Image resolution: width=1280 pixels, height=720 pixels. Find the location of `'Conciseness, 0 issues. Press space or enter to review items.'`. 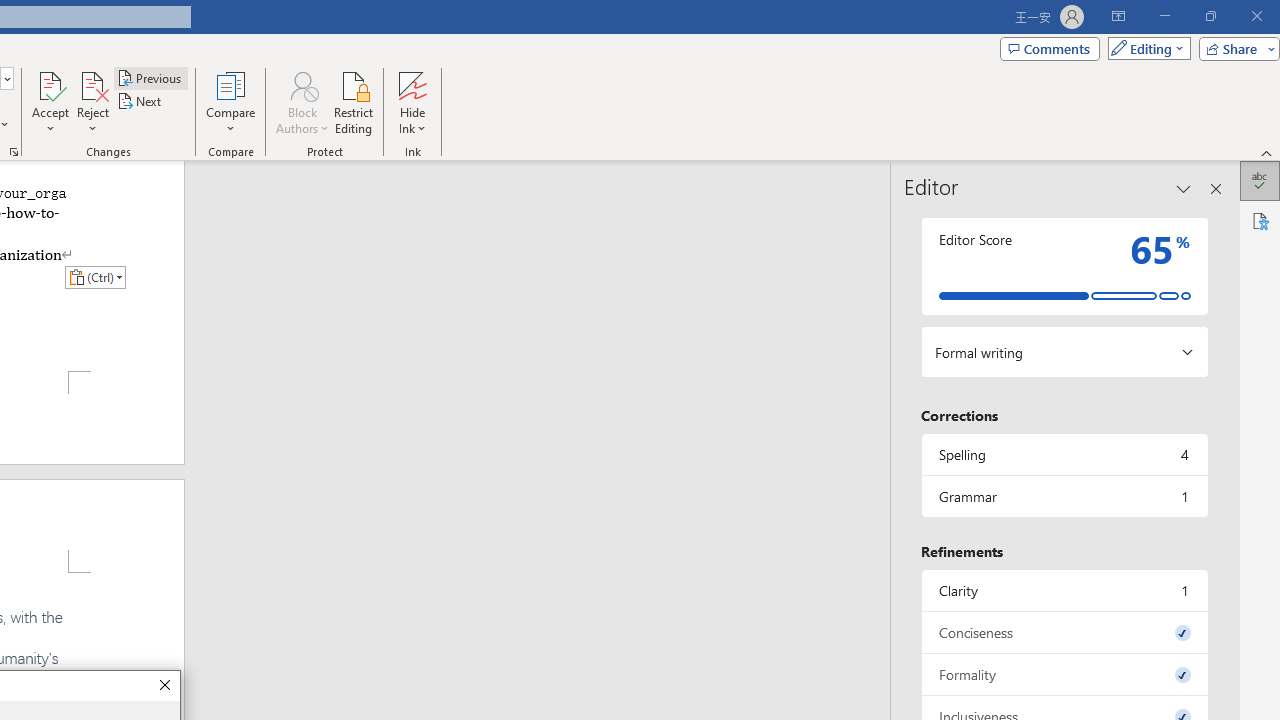

'Conciseness, 0 issues. Press space or enter to review items.' is located at coordinates (1063, 632).